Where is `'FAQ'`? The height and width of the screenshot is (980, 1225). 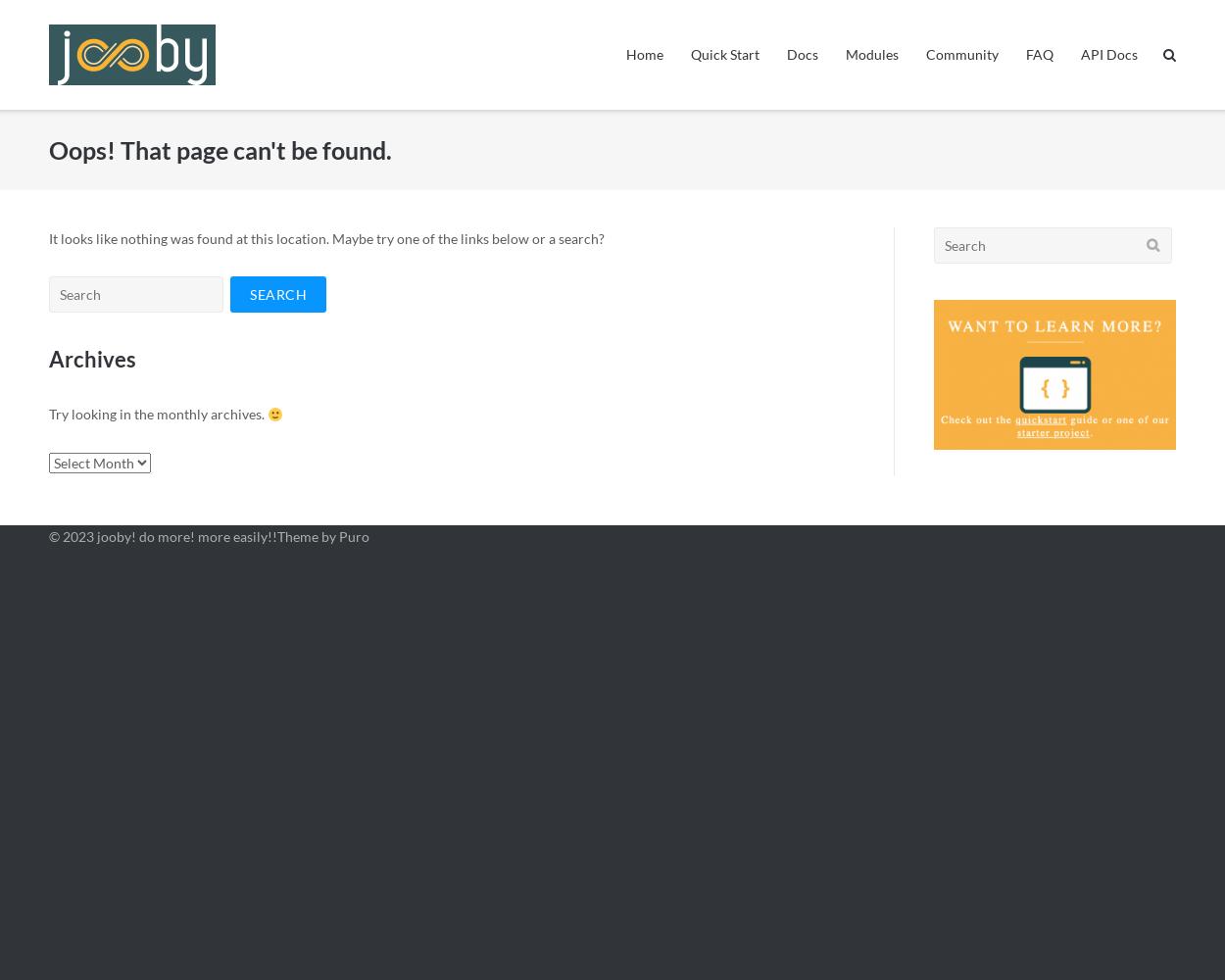
'FAQ' is located at coordinates (1040, 54).